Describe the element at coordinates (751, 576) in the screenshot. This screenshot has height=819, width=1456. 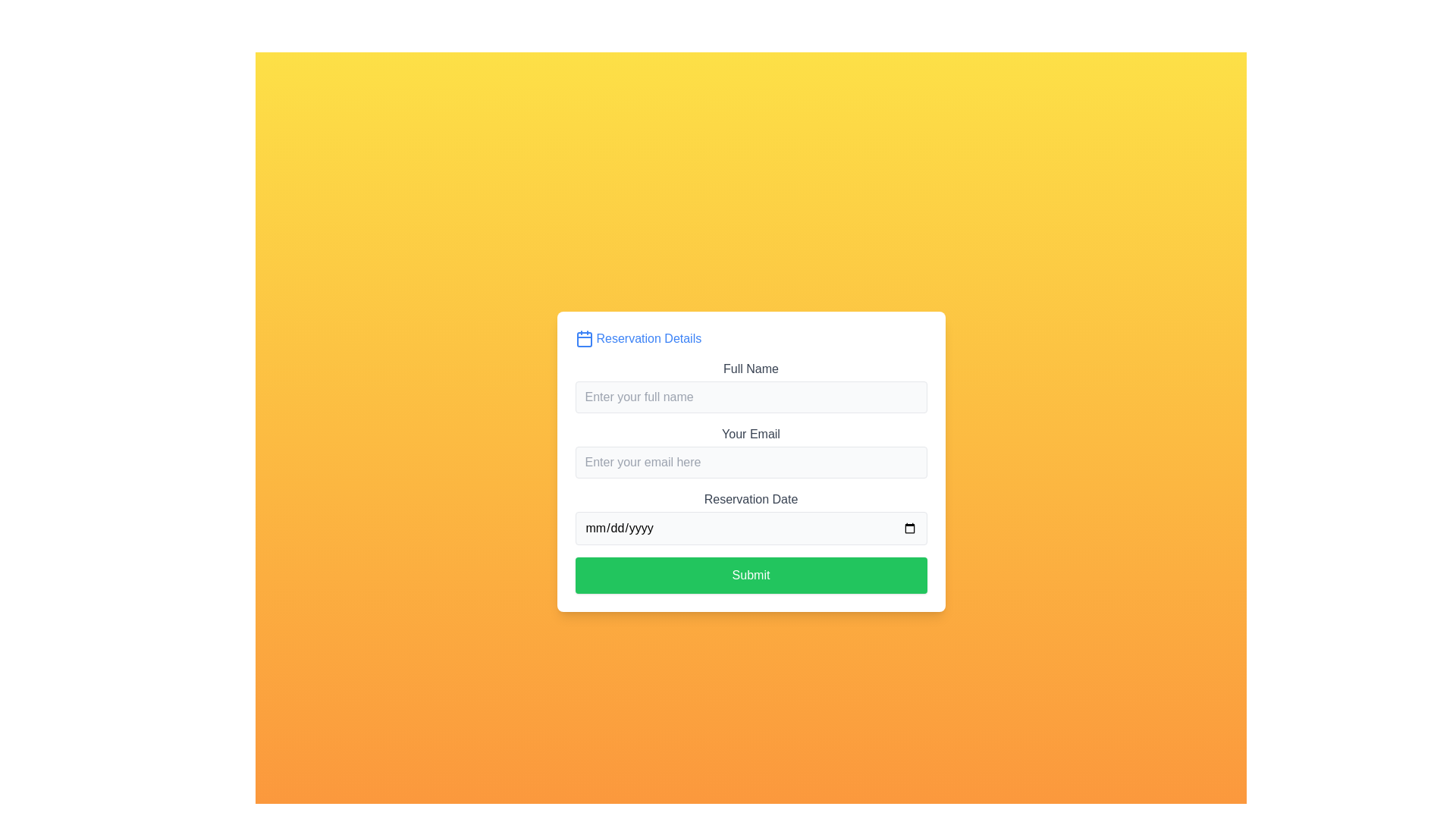
I see `the submit button located at the bottom of the form interface` at that location.